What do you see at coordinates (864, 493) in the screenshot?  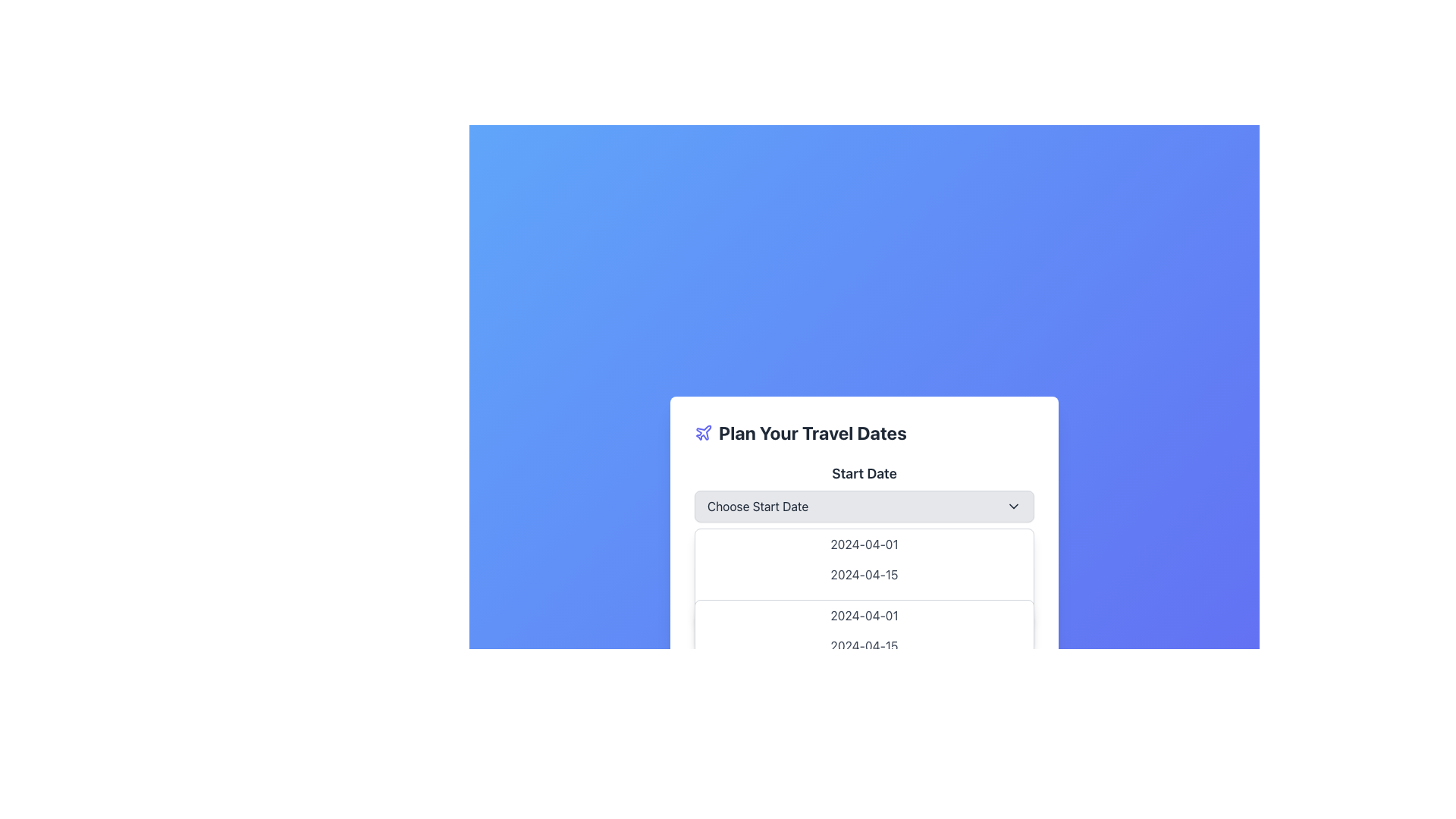 I see `the 'Choose Start Date' dropdown menu in the 'Plan Your Travel Dates' dialog` at bounding box center [864, 493].